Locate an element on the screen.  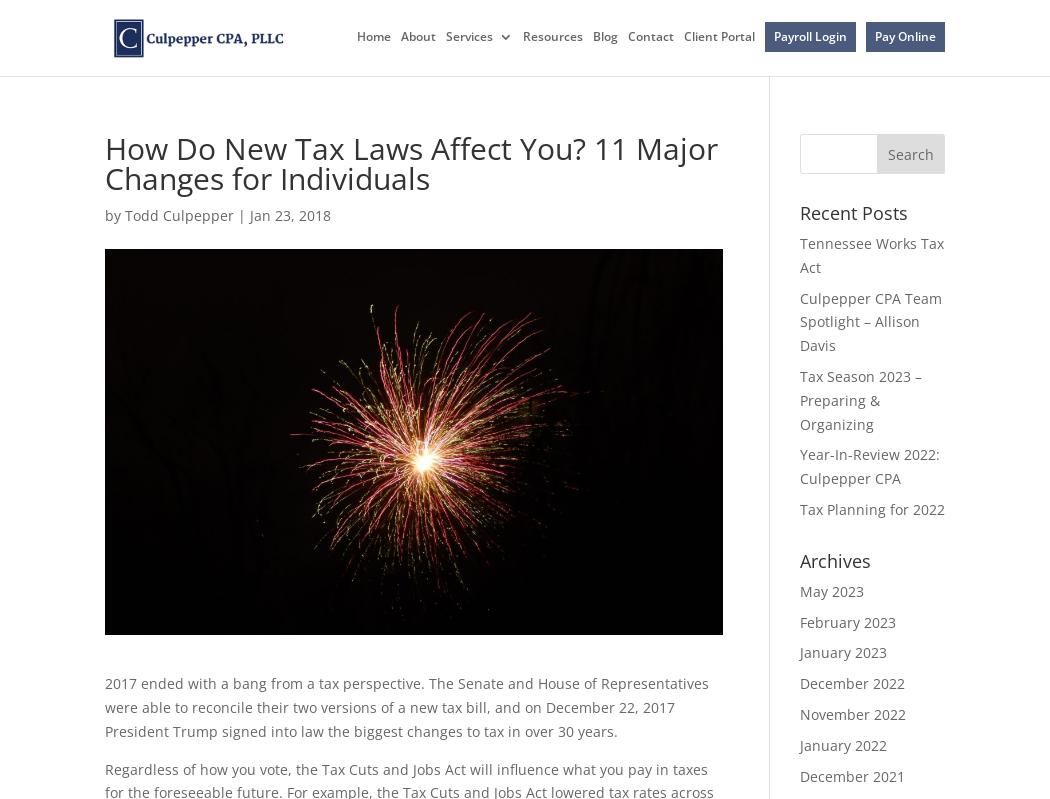
'December 2022' is located at coordinates (798, 683).